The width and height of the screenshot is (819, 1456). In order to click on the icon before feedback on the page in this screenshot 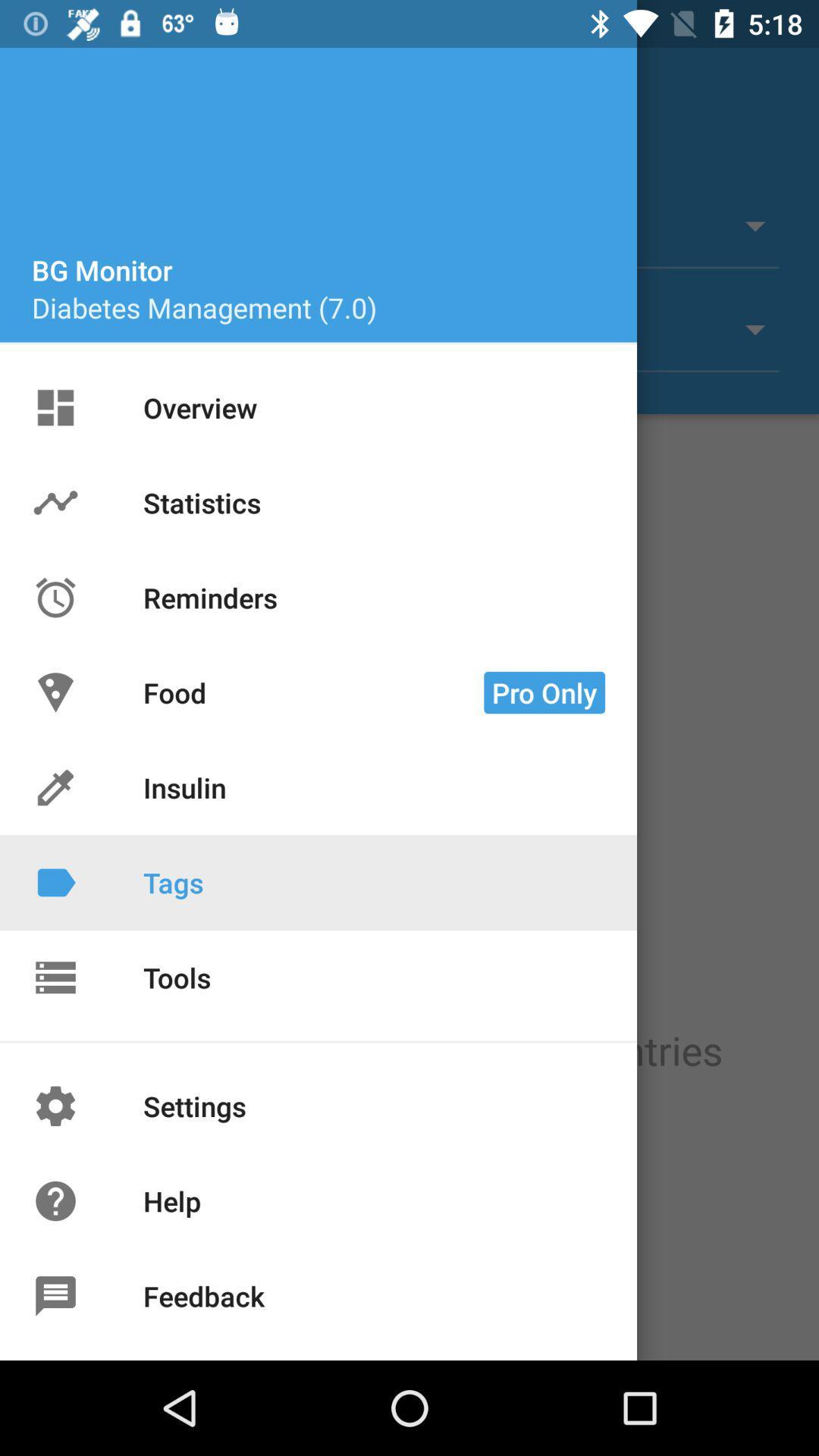, I will do `click(55, 1295)`.